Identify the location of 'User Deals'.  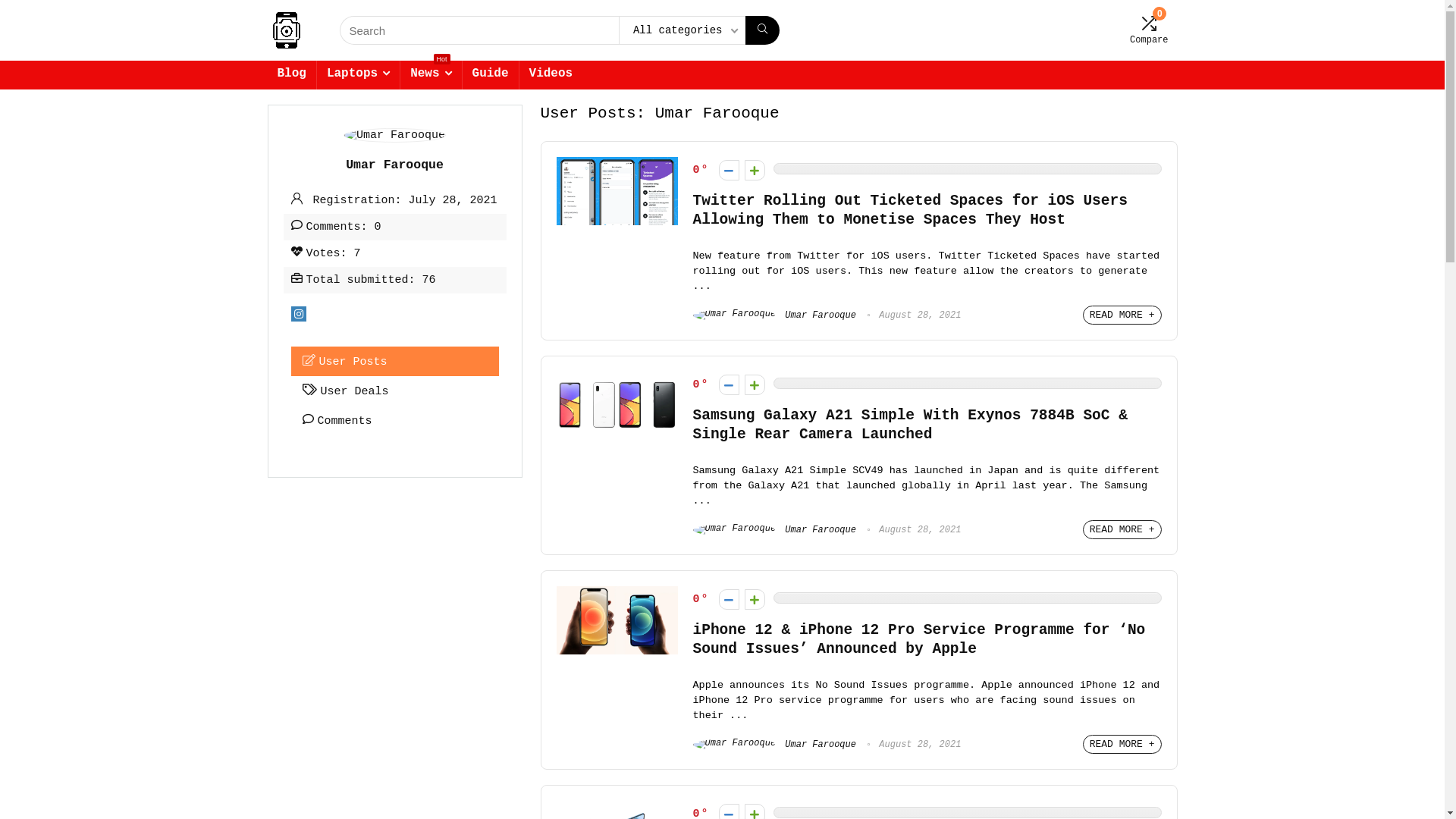
(395, 390).